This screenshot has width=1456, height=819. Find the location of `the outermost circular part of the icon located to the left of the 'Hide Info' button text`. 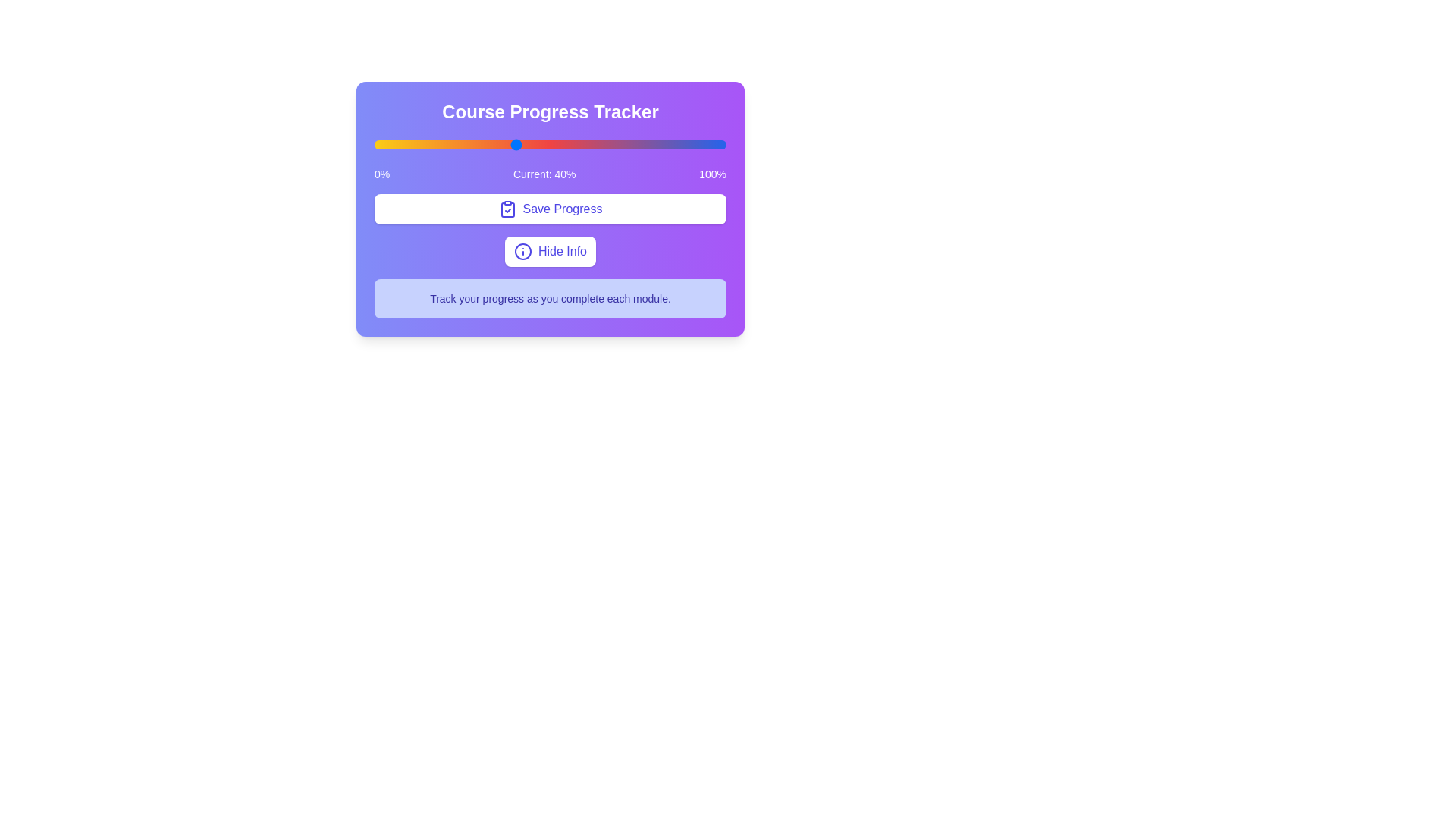

the outermost circular part of the icon located to the left of the 'Hide Info' button text is located at coordinates (523, 250).